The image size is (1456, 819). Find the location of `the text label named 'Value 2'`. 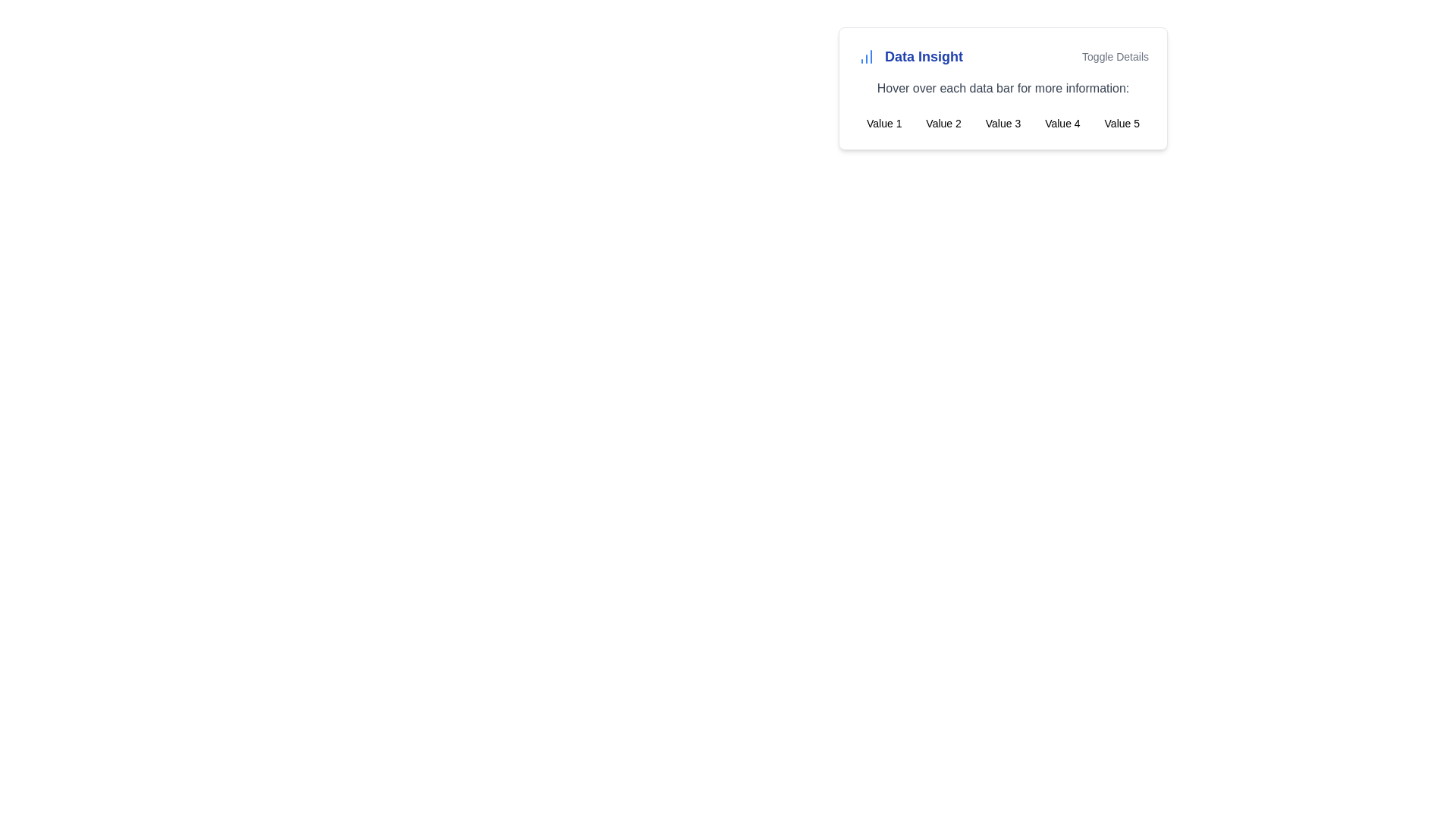

the text label named 'Value 2' is located at coordinates (943, 122).